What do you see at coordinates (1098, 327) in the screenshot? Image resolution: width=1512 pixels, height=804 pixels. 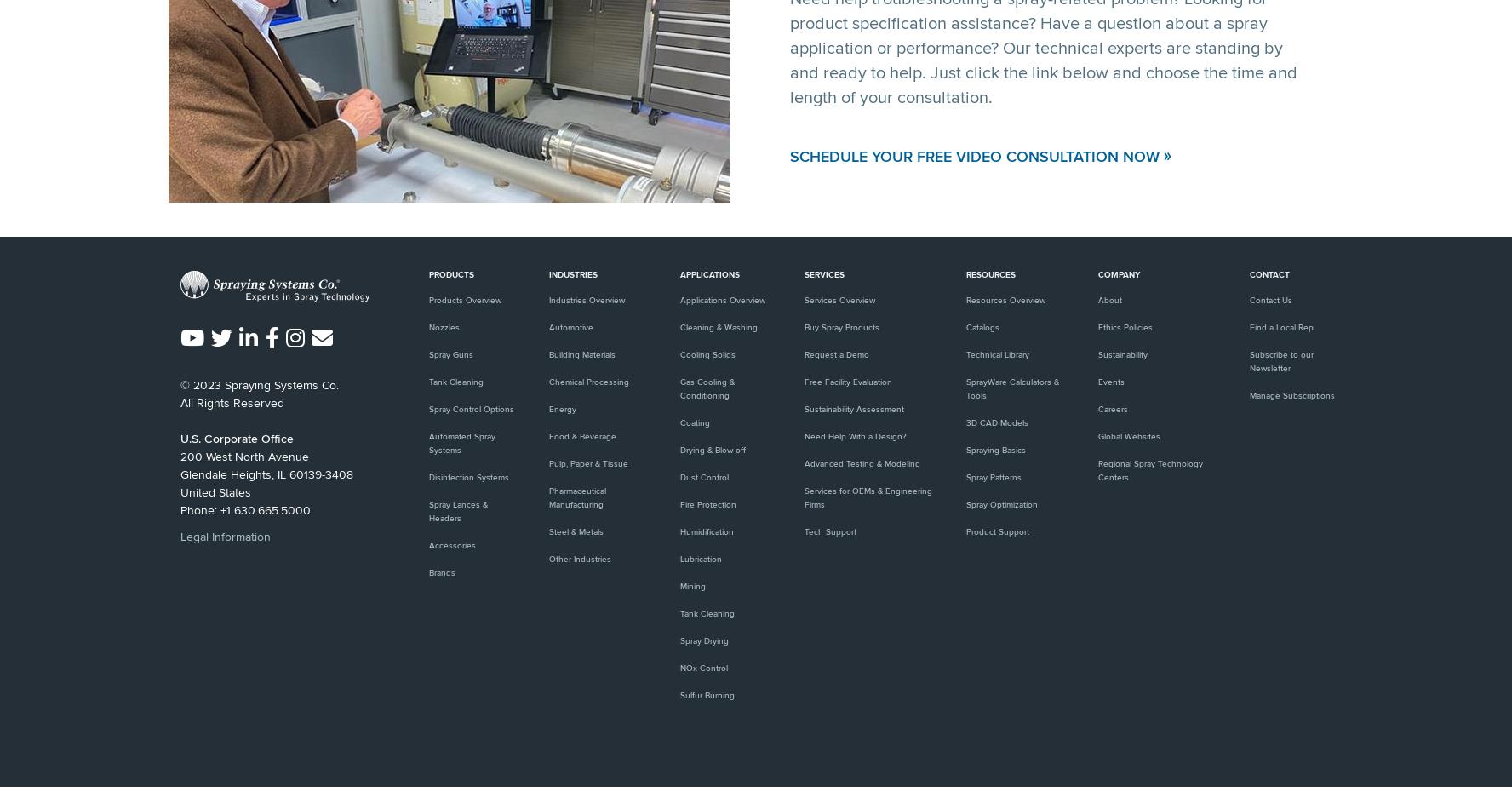 I see `'Ethics Policies'` at bounding box center [1098, 327].